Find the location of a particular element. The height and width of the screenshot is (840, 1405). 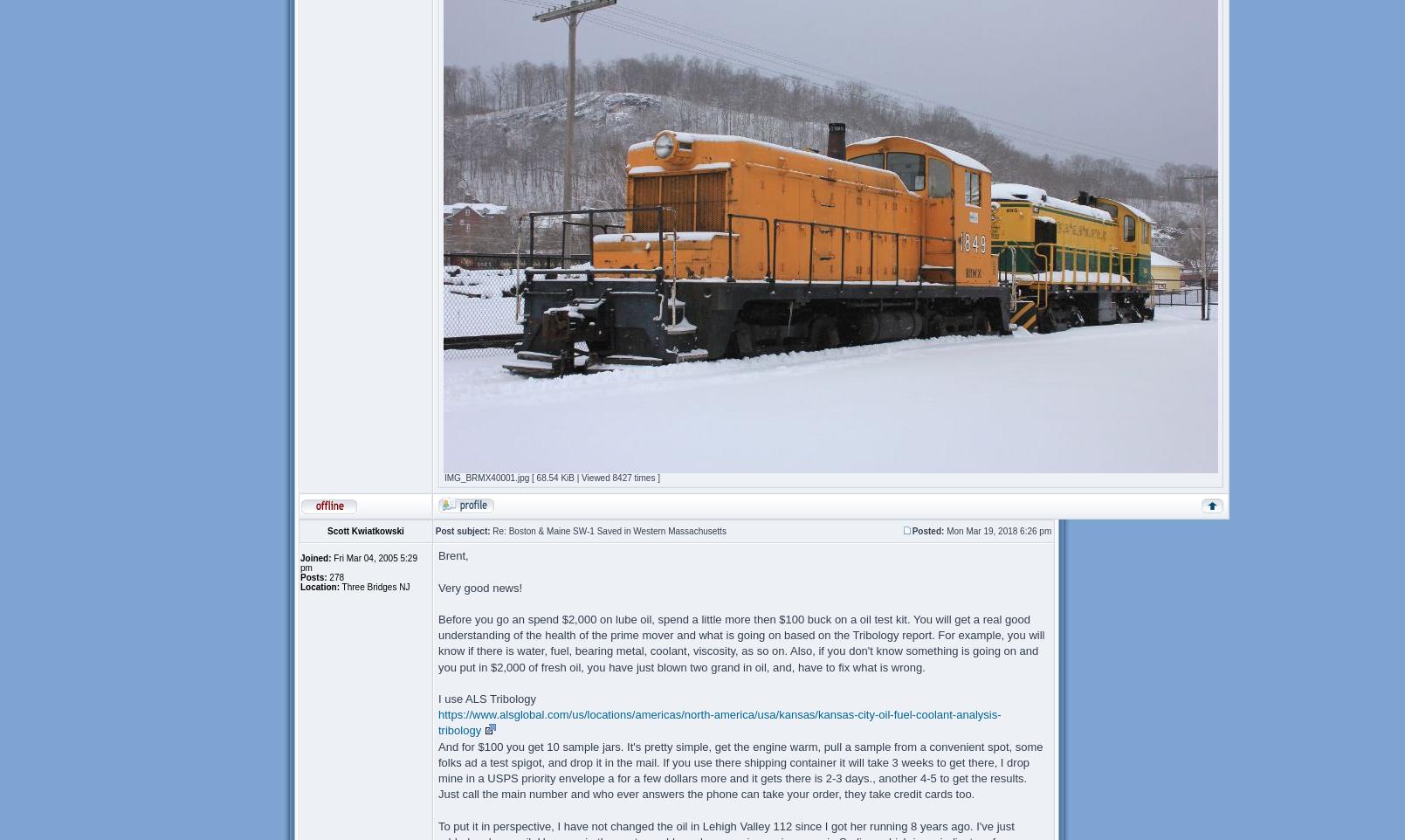

'Mon Mar 19, 2018 6:26 pm' is located at coordinates (997, 530).